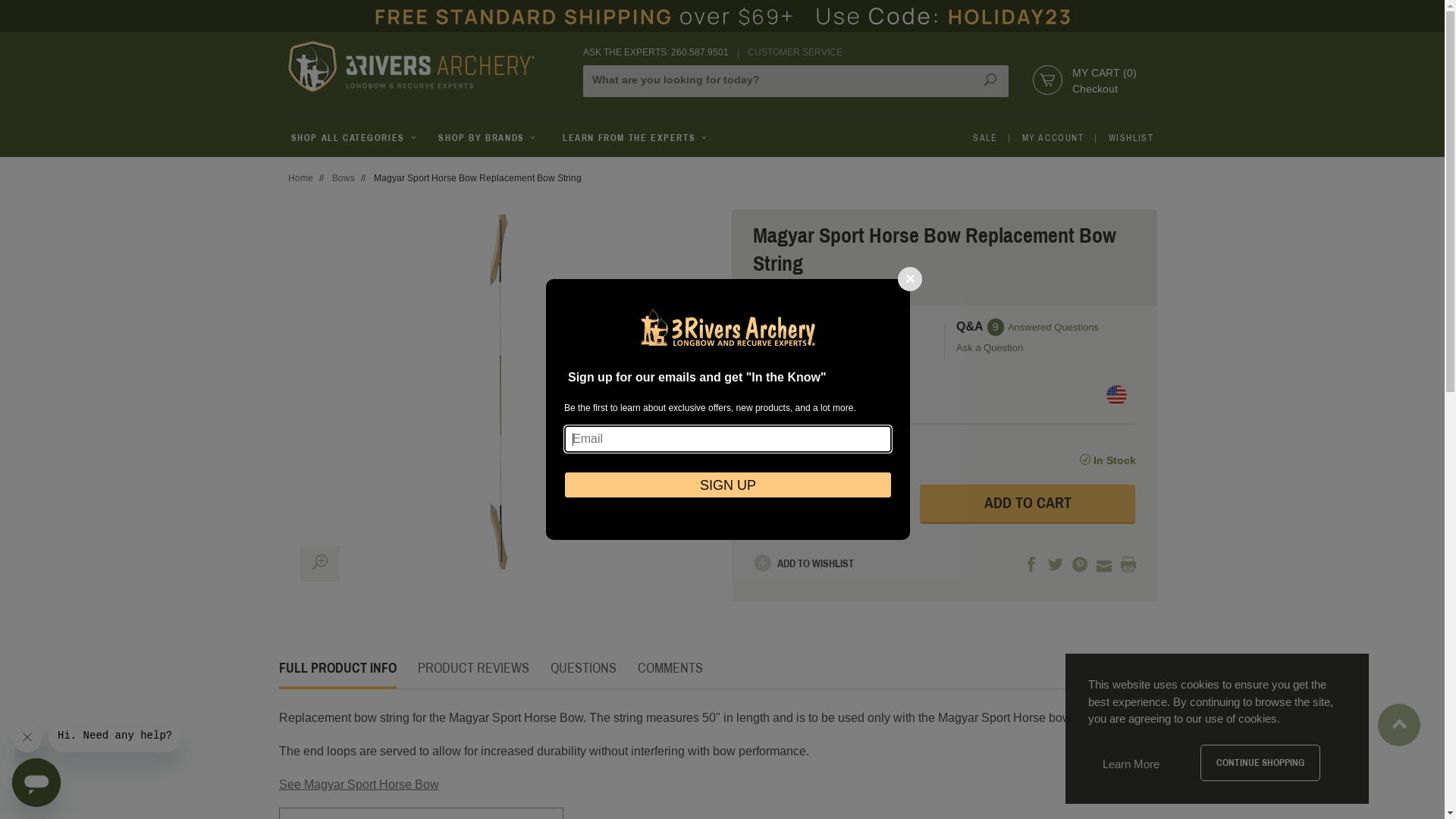 Image resolution: width=1456 pixels, height=819 pixels. I want to click on 'QUESTIONS', so click(582, 667).